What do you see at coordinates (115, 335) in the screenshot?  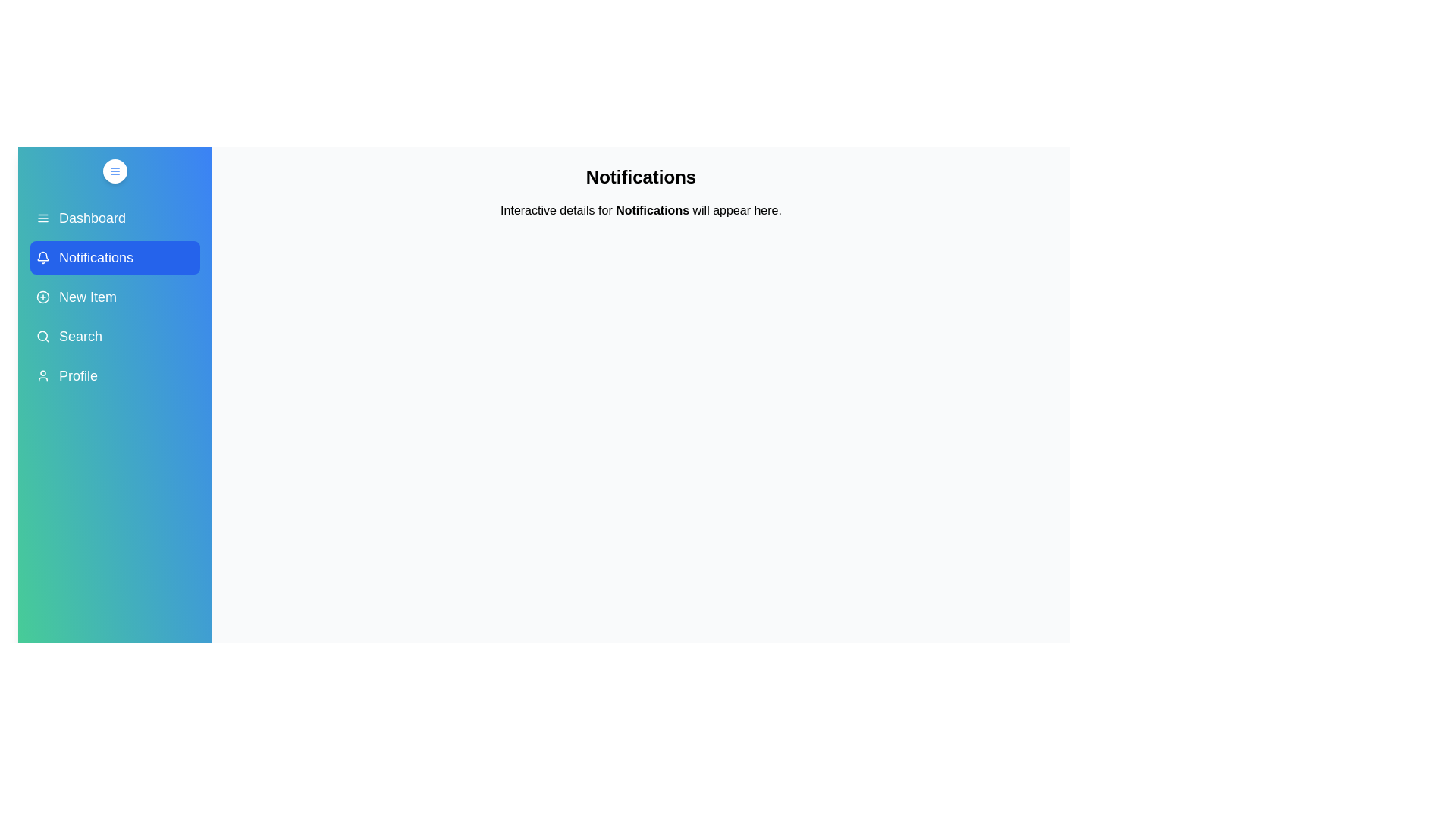 I see `the menu item Search in the sidebar to display its details` at bounding box center [115, 335].